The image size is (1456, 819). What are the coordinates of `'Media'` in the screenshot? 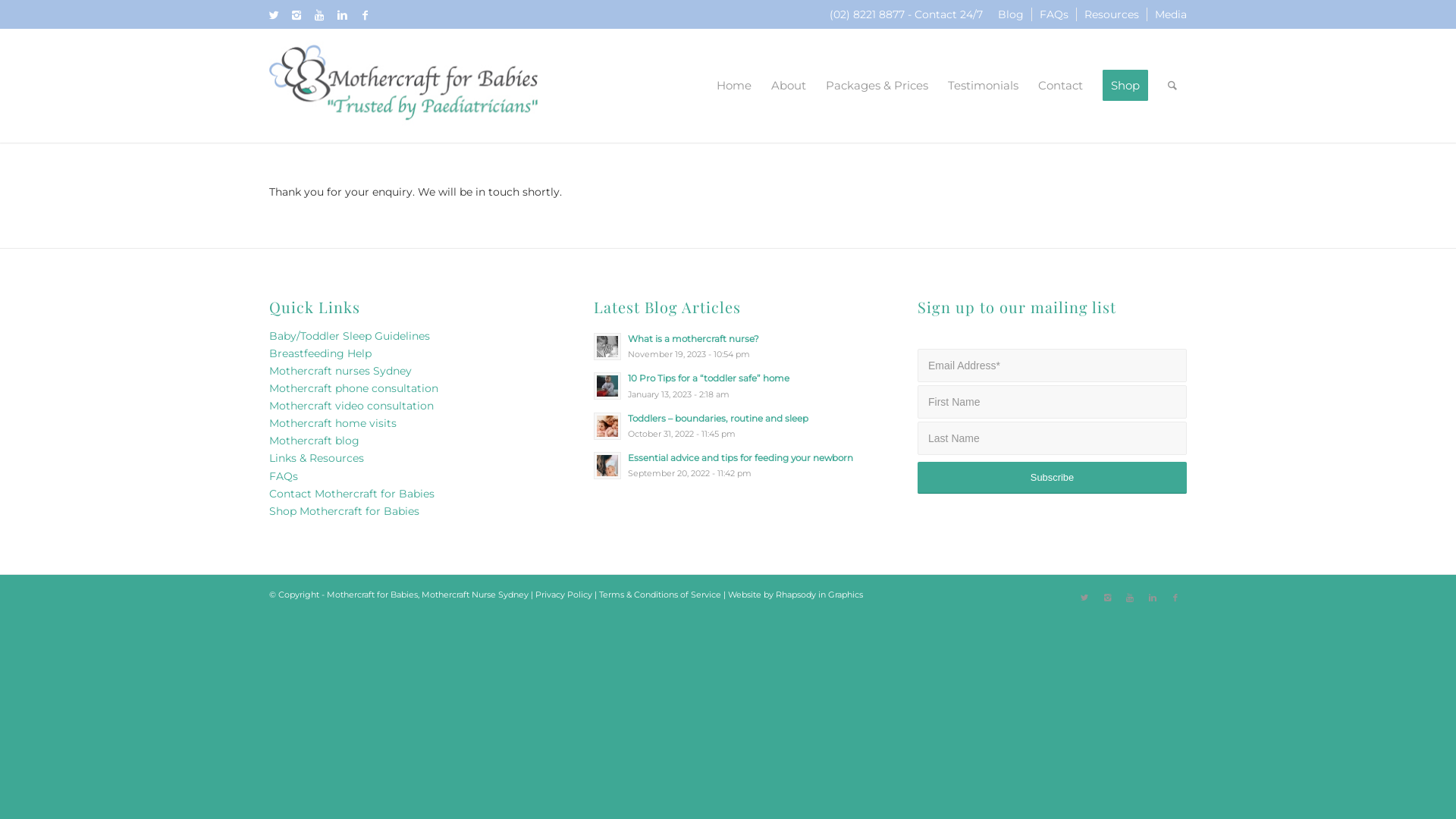 It's located at (1170, 14).